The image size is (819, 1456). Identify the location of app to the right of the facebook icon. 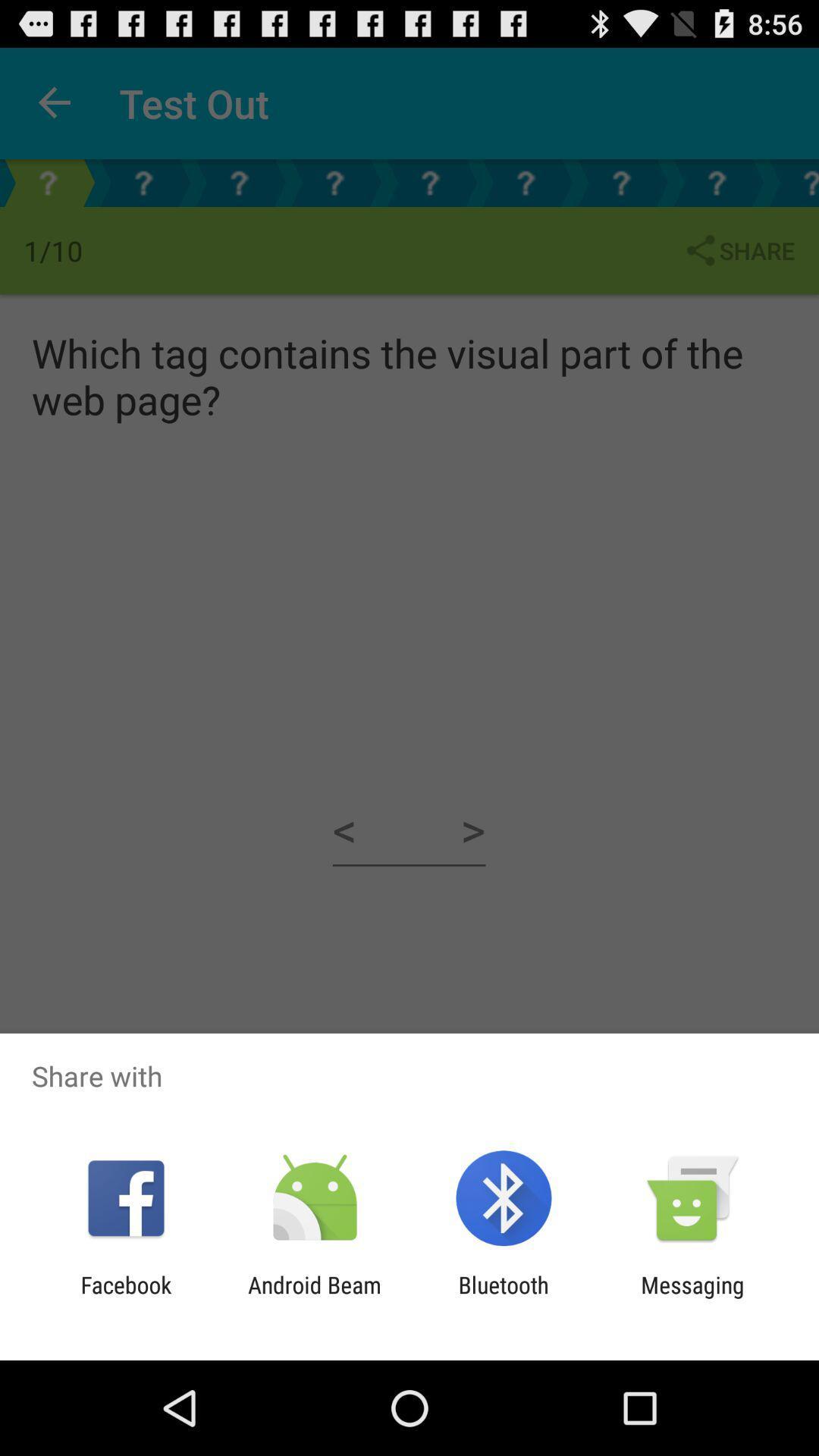
(314, 1298).